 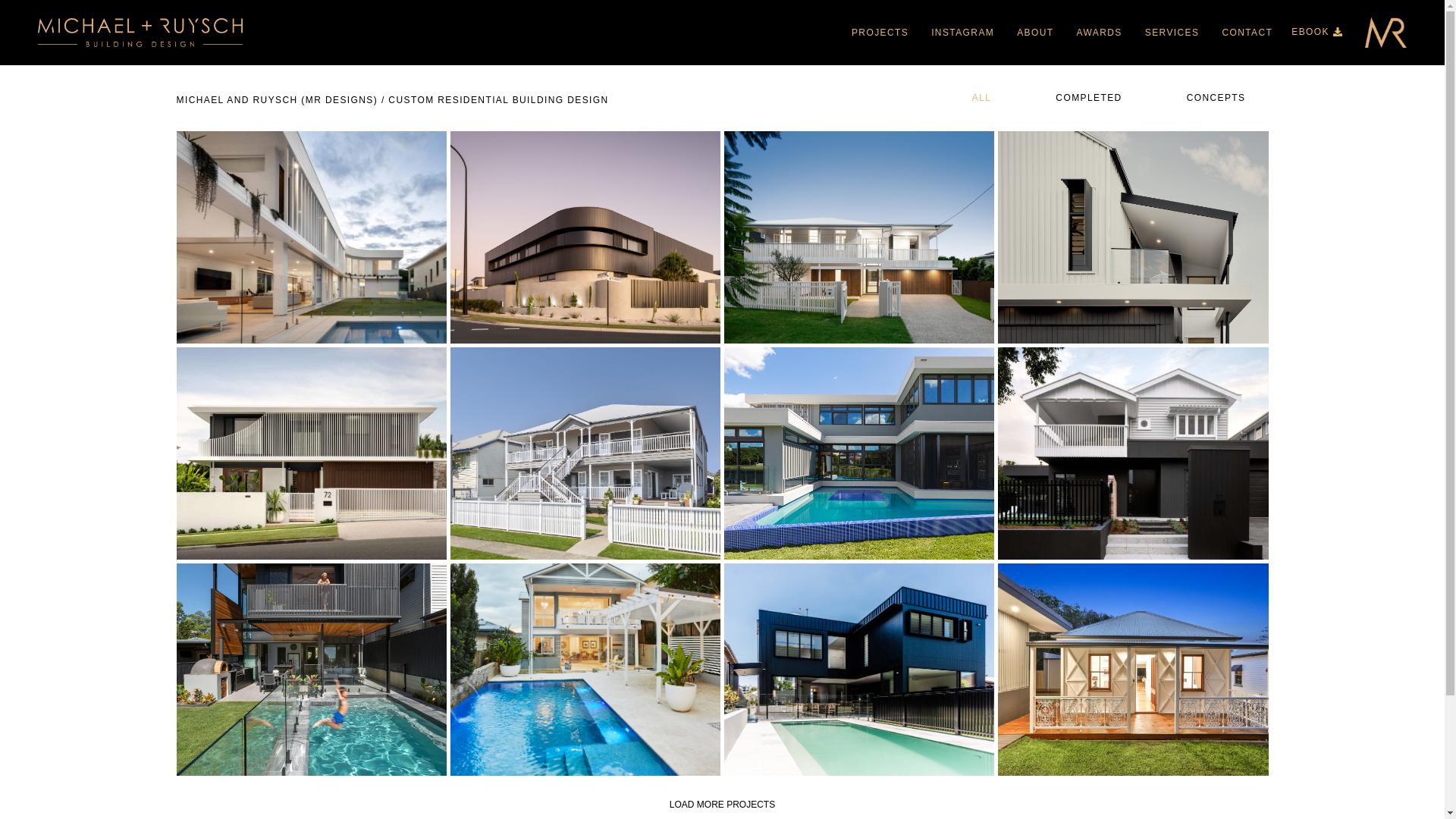 What do you see at coordinates (1247, 32) in the screenshot?
I see `'CONTACT'` at bounding box center [1247, 32].